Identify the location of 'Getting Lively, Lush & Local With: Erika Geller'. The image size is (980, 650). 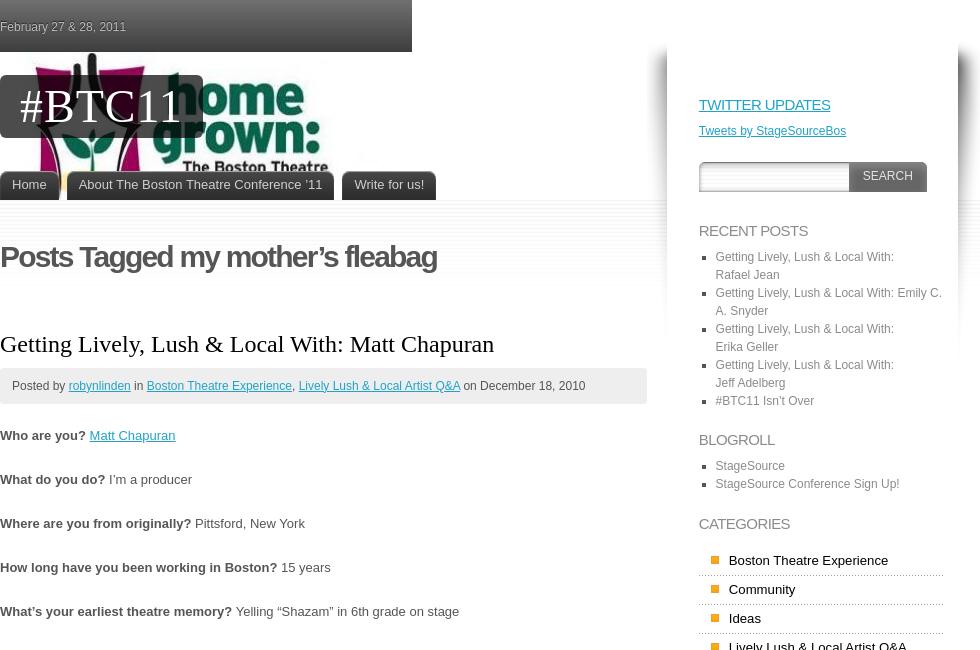
(804, 336).